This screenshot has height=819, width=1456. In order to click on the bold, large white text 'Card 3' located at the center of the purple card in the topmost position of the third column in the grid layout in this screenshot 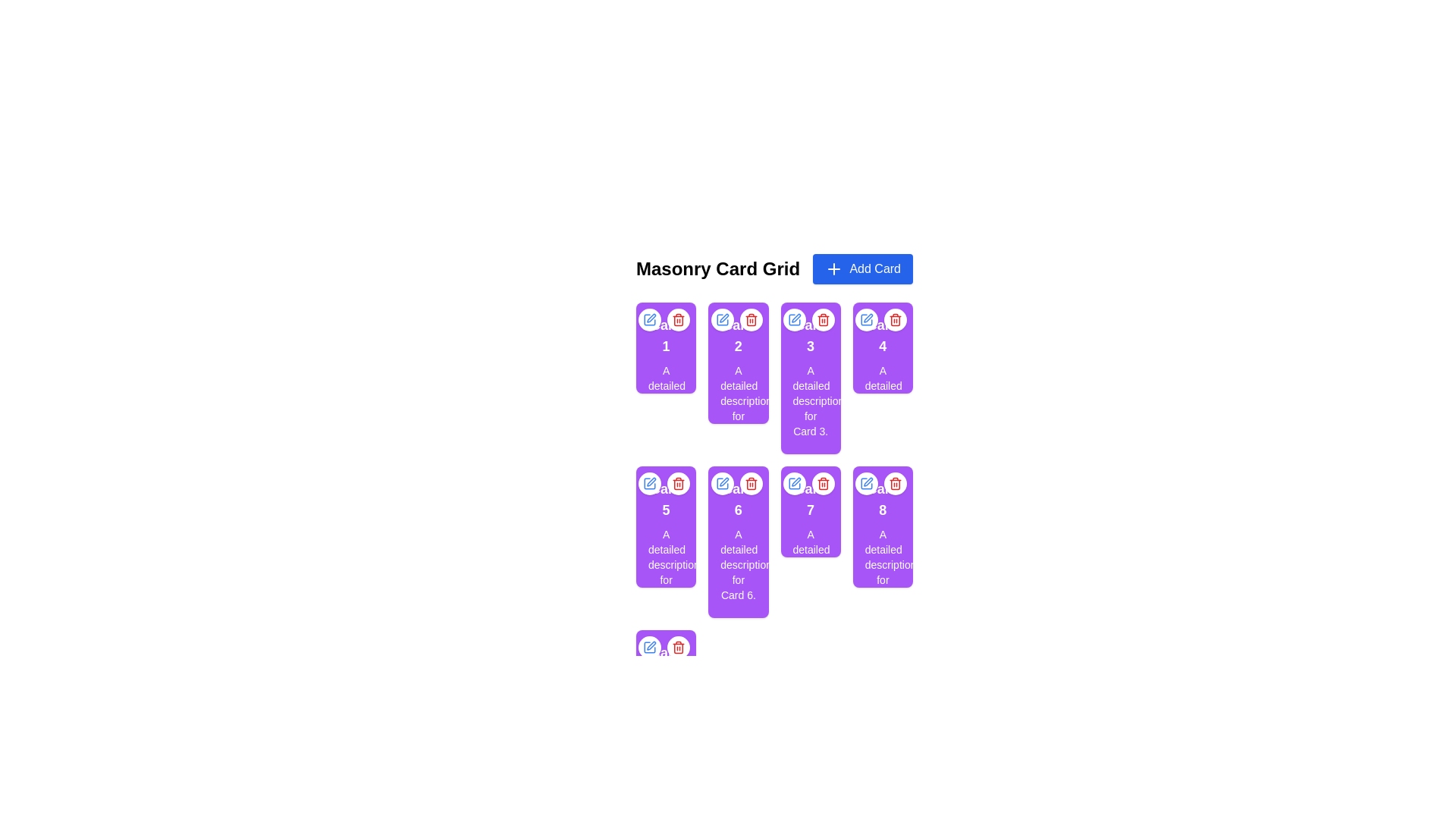, I will do `click(810, 335)`.